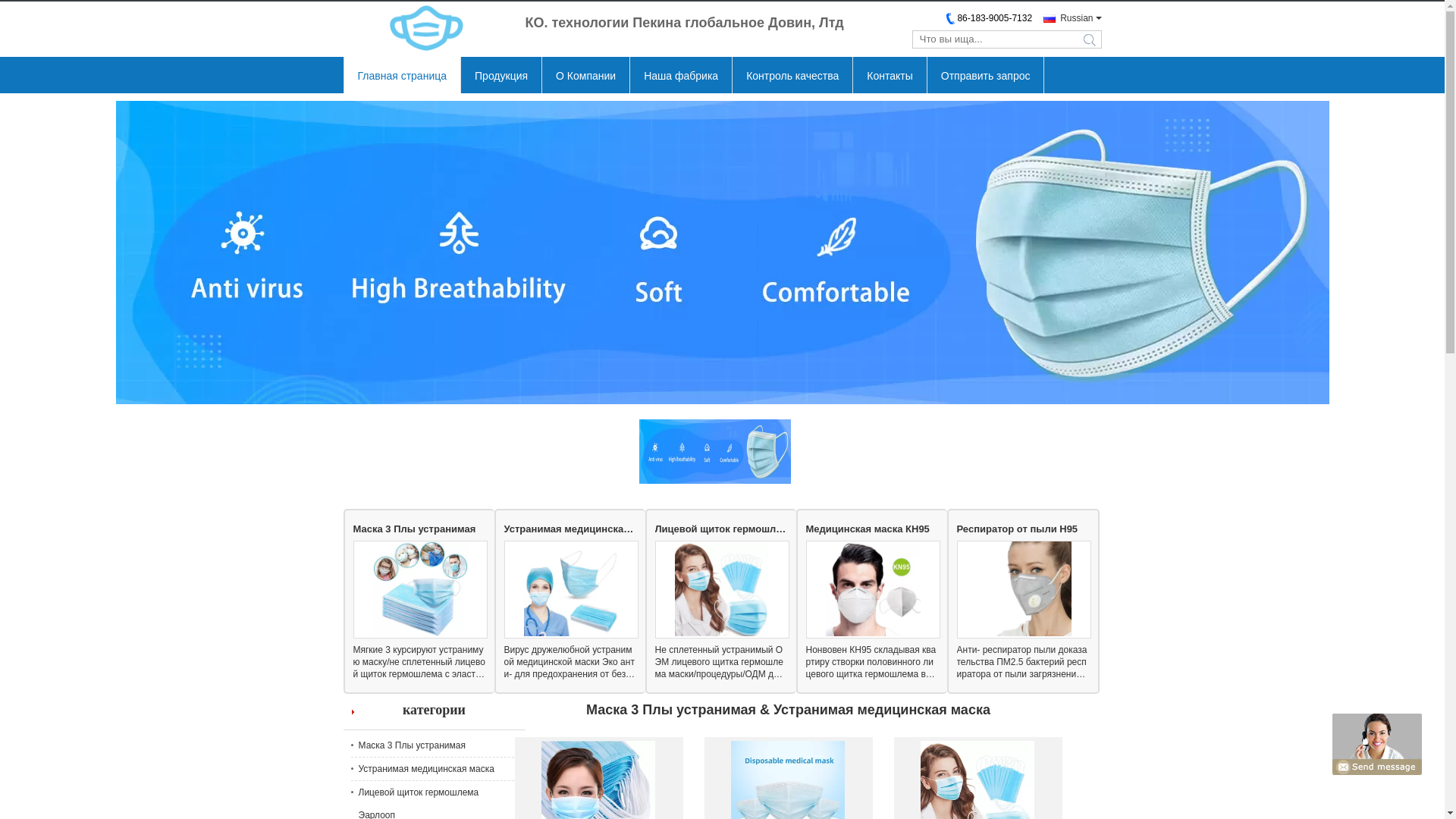 The image size is (1456, 819). What do you see at coordinates (1043, 17) in the screenshot?
I see `'Russian'` at bounding box center [1043, 17].